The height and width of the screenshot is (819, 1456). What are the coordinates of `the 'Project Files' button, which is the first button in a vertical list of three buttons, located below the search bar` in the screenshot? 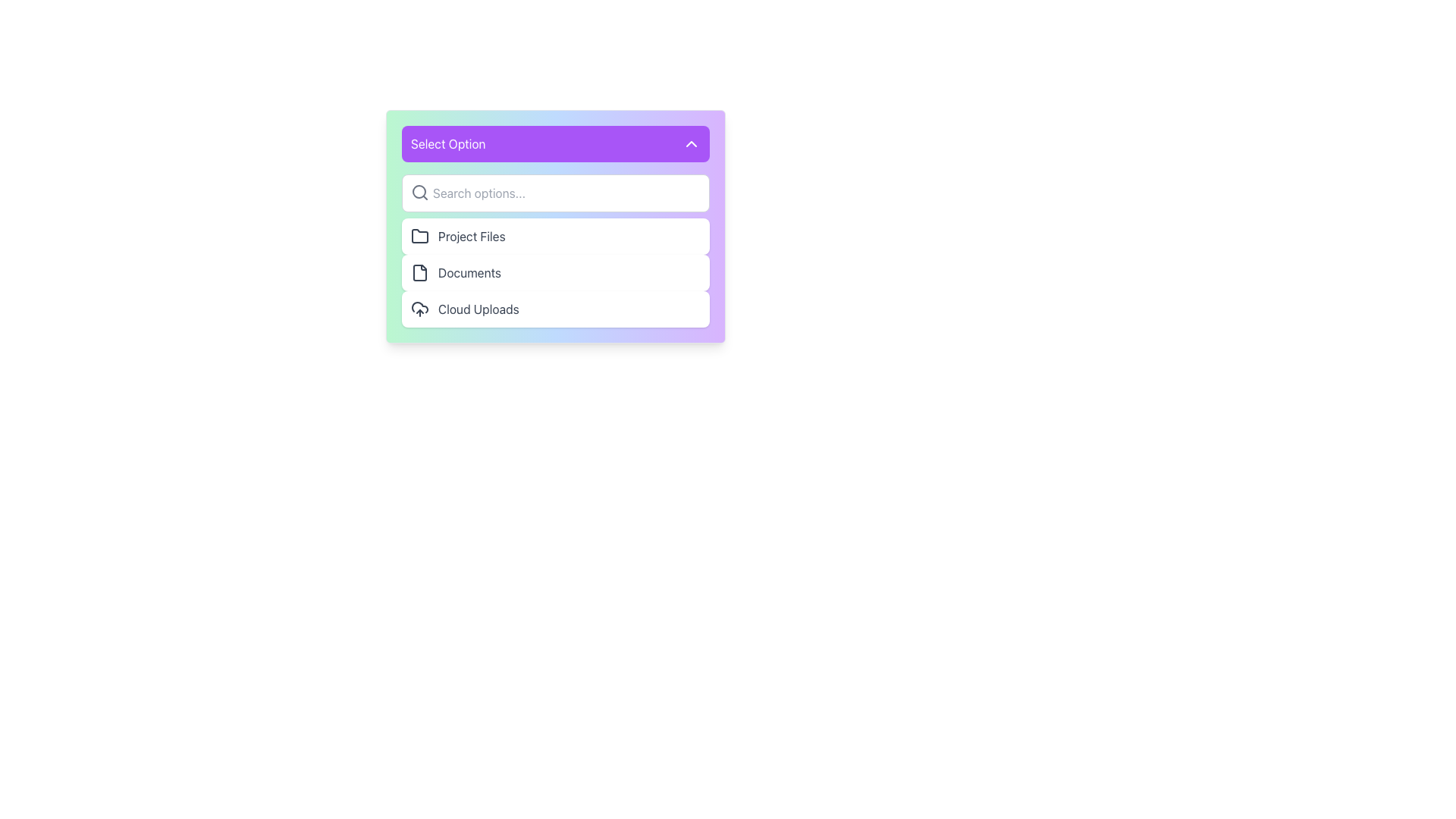 It's located at (555, 237).